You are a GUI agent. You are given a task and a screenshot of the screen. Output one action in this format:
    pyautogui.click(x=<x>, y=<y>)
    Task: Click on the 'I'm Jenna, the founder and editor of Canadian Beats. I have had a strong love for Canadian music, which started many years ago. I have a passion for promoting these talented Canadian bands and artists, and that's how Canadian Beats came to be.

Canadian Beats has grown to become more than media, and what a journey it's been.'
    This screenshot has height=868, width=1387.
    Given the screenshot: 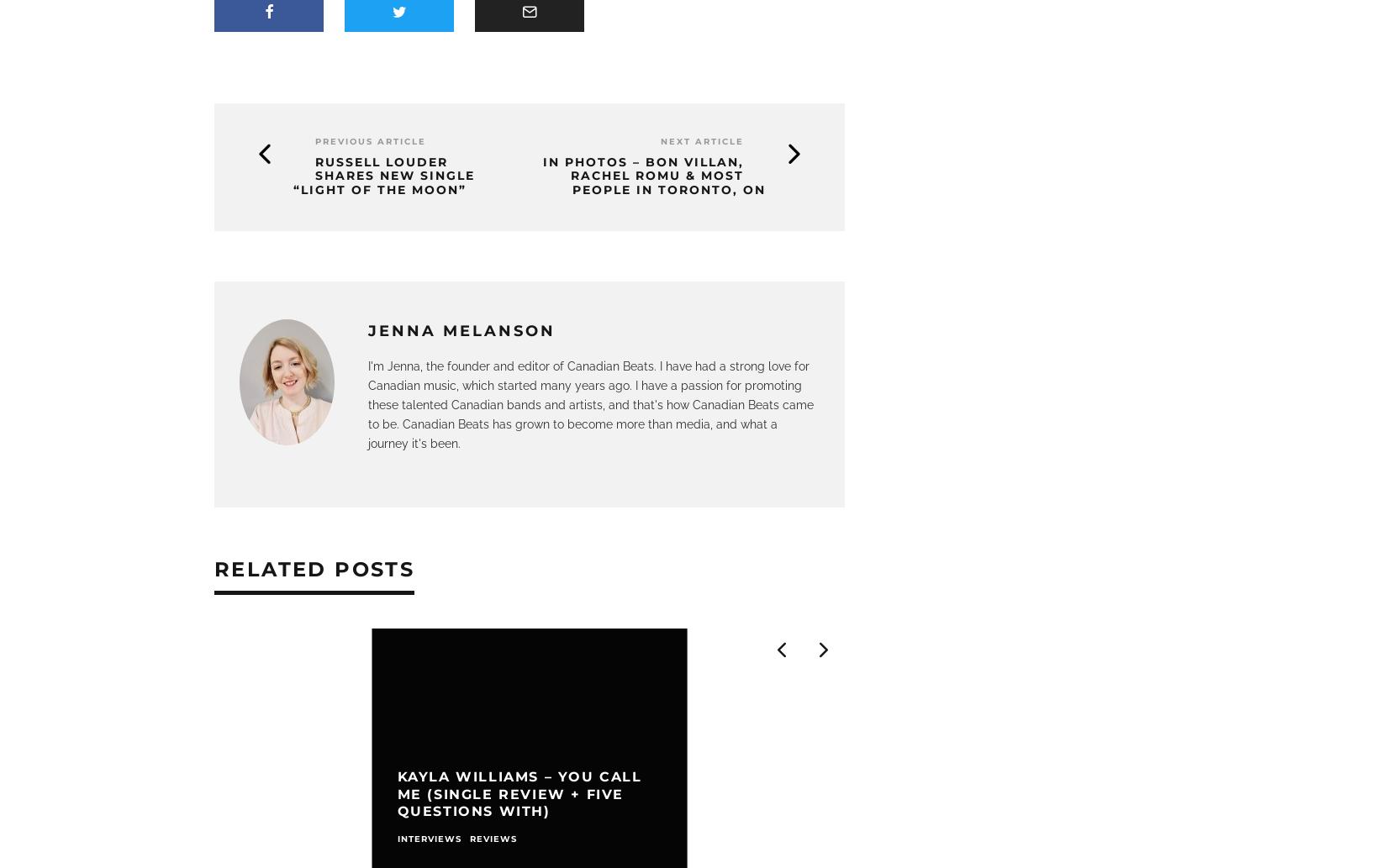 What is the action you would take?
    pyautogui.click(x=590, y=403)
    